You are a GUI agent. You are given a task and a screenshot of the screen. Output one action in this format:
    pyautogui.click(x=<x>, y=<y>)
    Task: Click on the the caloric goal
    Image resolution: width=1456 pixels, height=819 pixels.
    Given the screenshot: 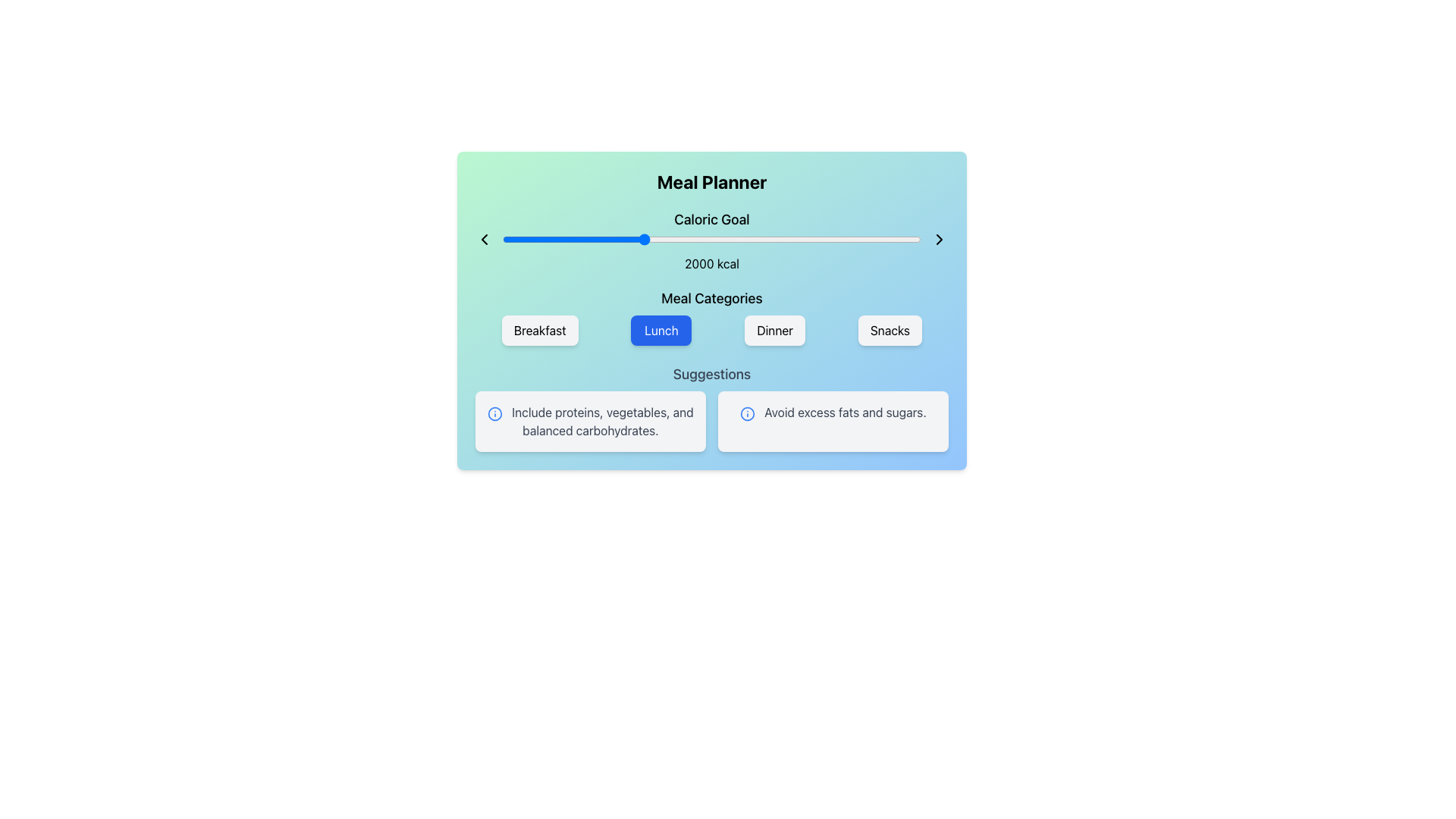 What is the action you would take?
    pyautogui.click(x=834, y=239)
    